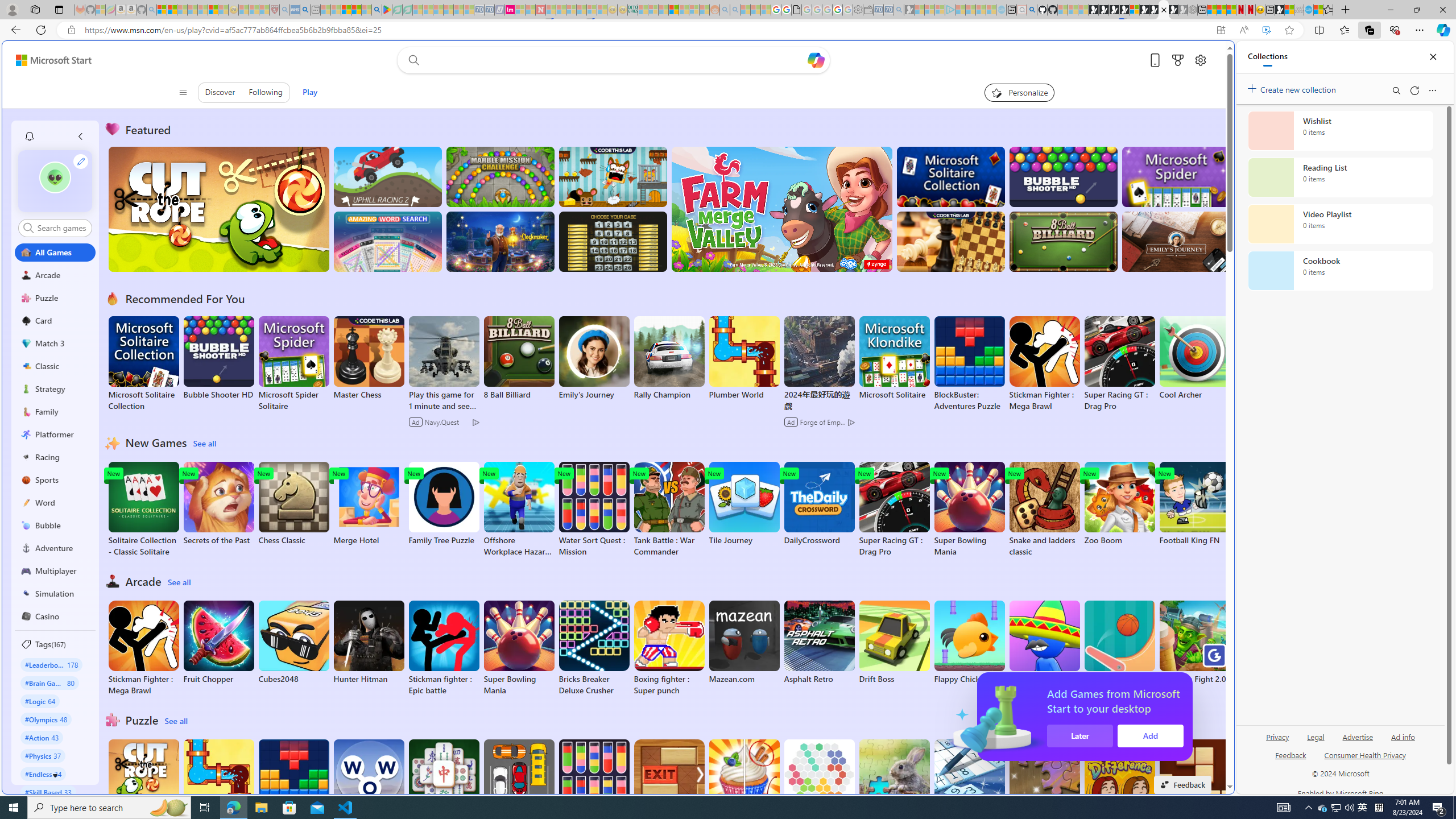 Image resolution: width=1456 pixels, height=819 pixels. What do you see at coordinates (617, 59) in the screenshot?
I see `'Enter your search term'` at bounding box center [617, 59].